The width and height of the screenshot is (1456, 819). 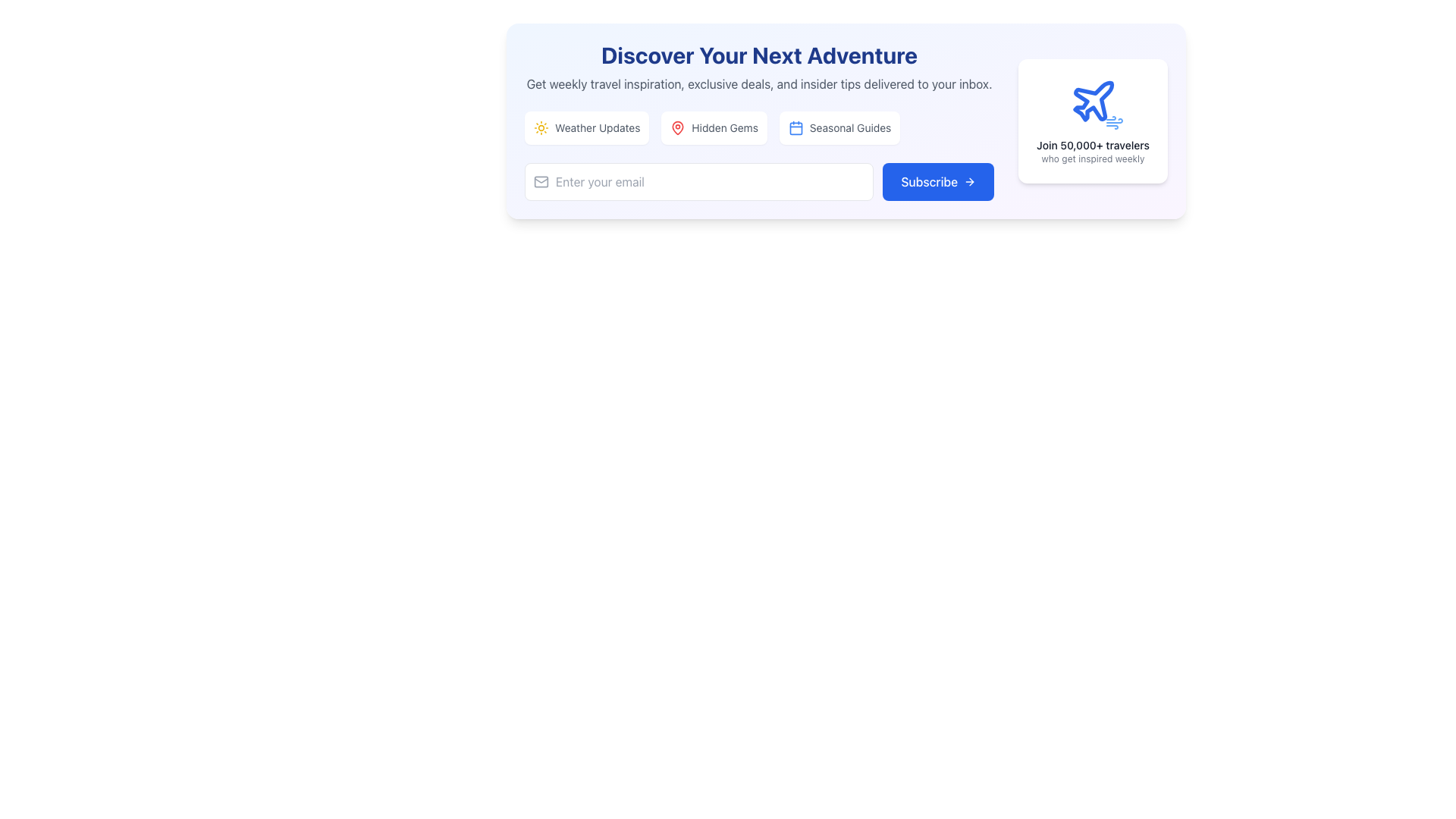 What do you see at coordinates (724, 127) in the screenshot?
I see `the text label displaying 'Hidden Gems' which is styled in gray and is part of a selection option within a white box with rounded corners` at bounding box center [724, 127].